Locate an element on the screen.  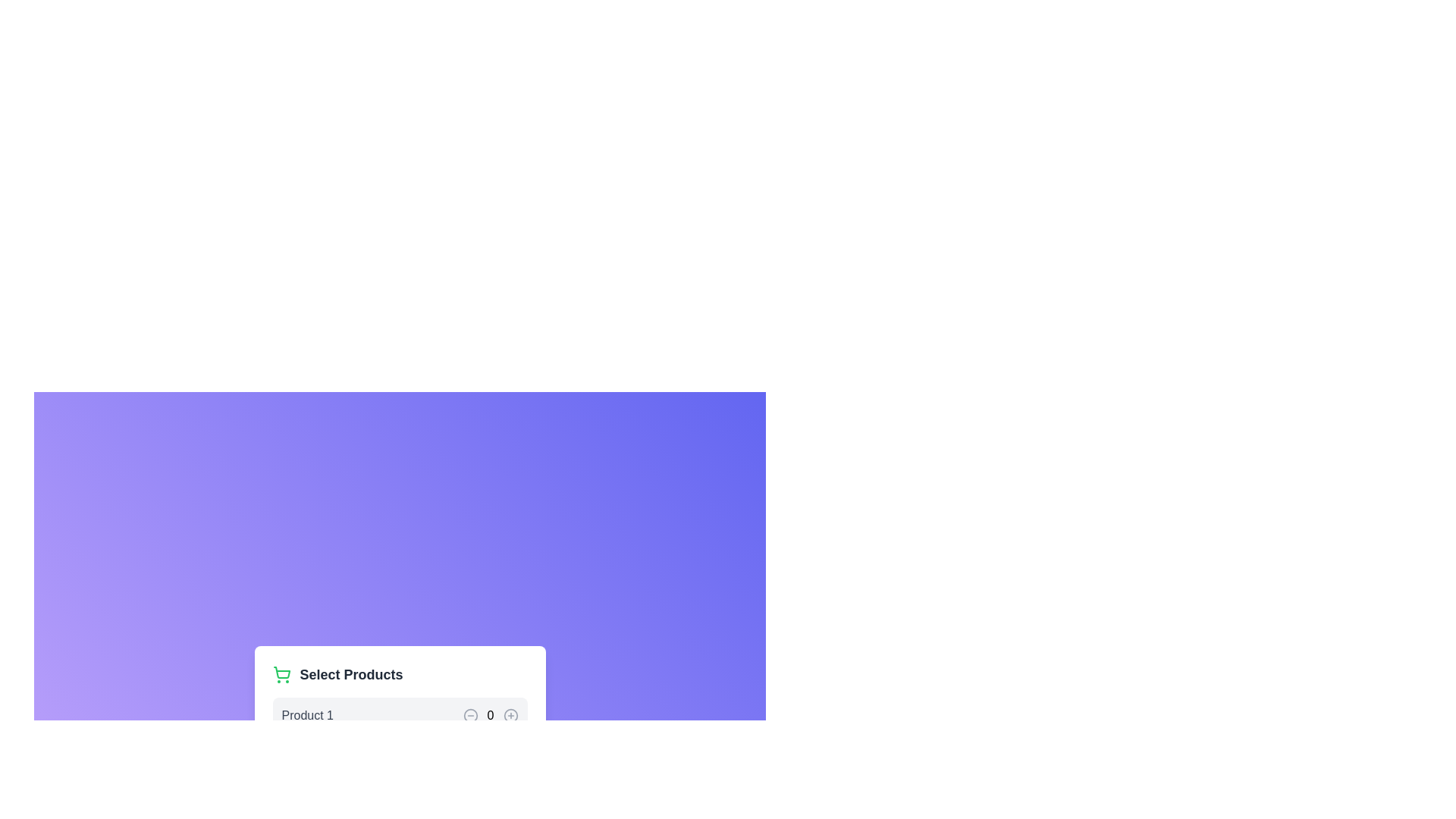
the increase button in the first product selection row, which has the product title 'Product 10' and interactive elements for quantity adjustment is located at coordinates (400, 716).